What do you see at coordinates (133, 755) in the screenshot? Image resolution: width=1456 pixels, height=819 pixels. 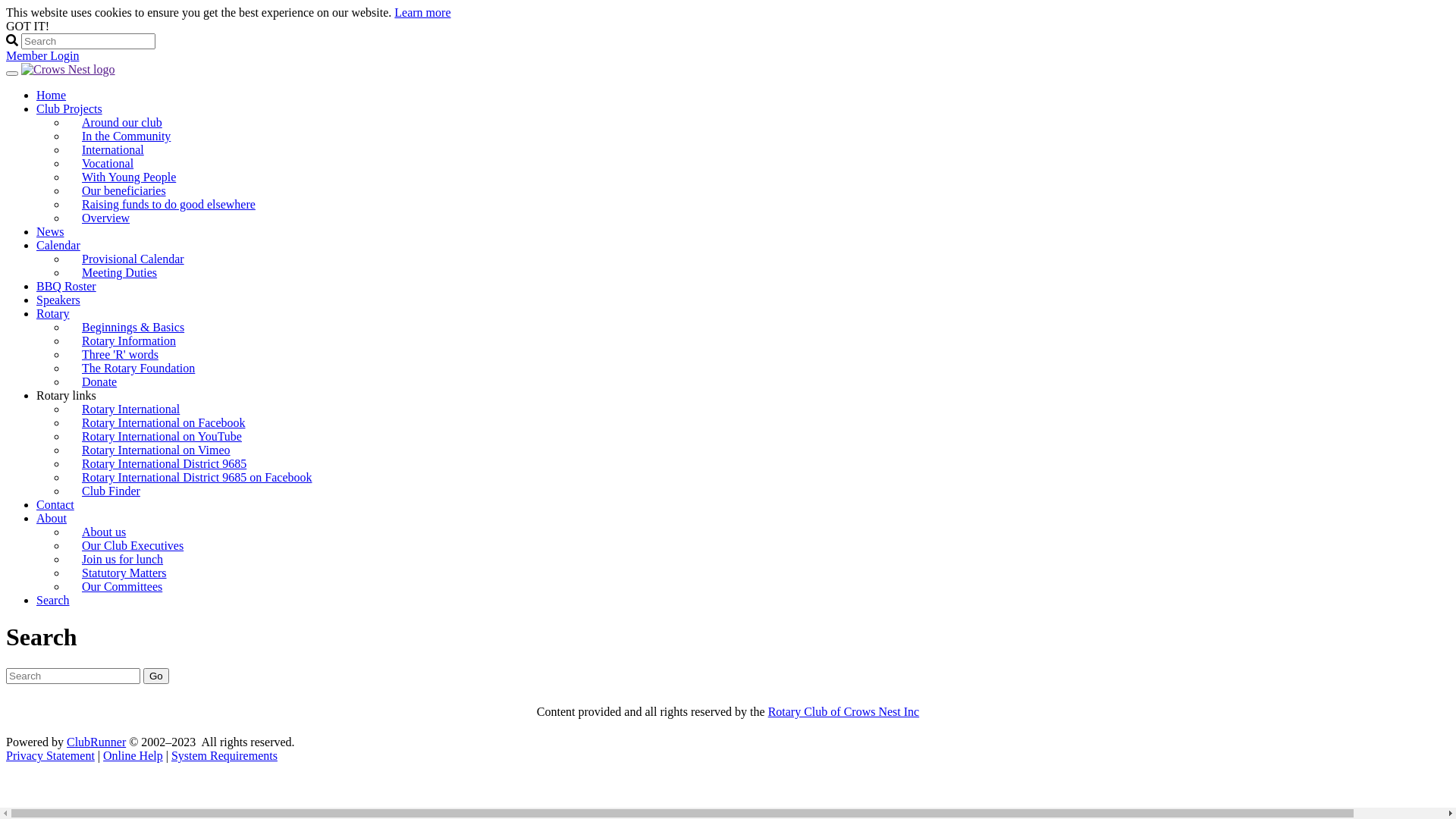 I see `'Online Help'` at bounding box center [133, 755].